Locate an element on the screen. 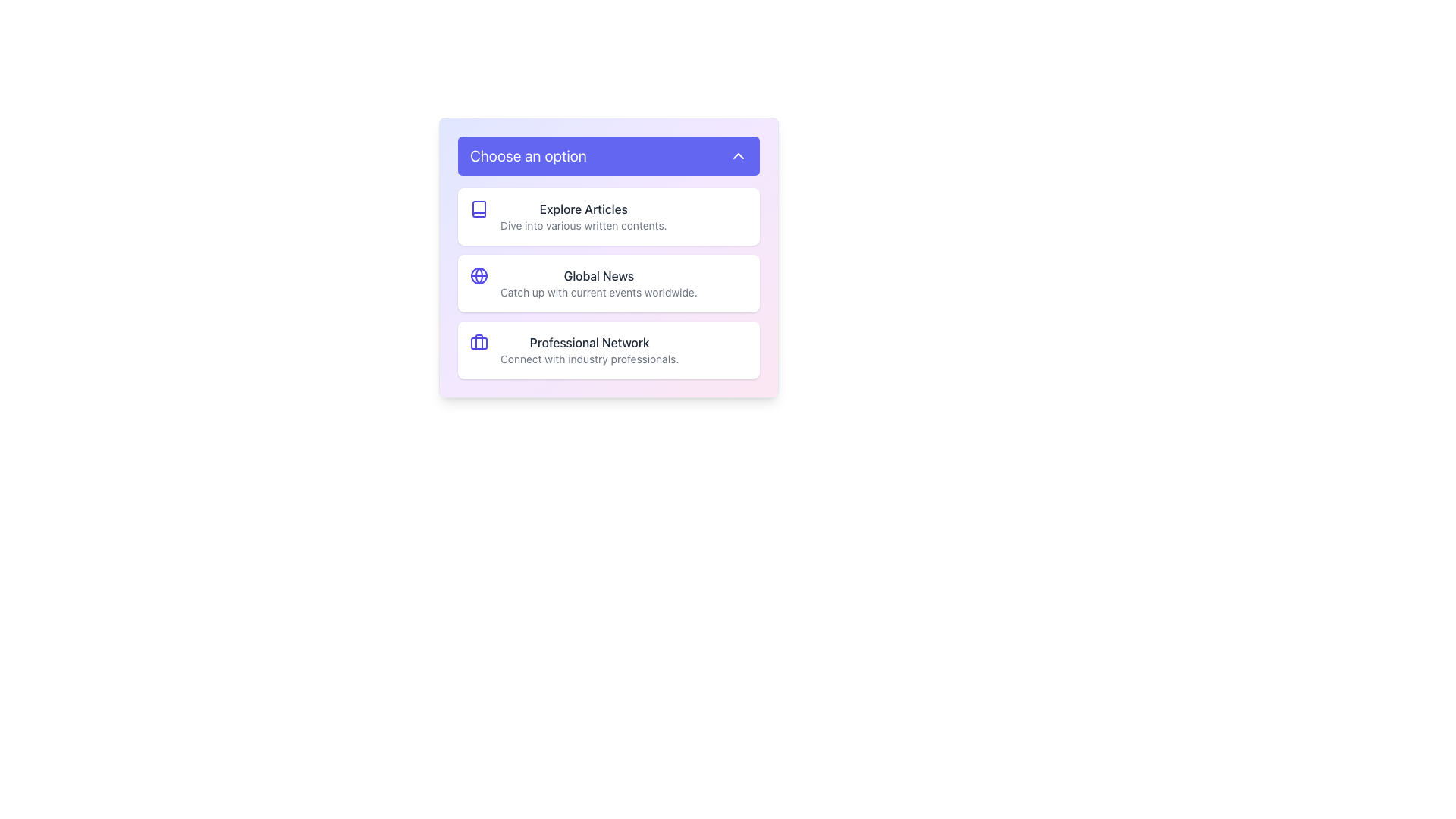  text content of the descriptive subtitle located below the 'Explore Articles' title in the upper quadrant of the menu box is located at coordinates (582, 225).